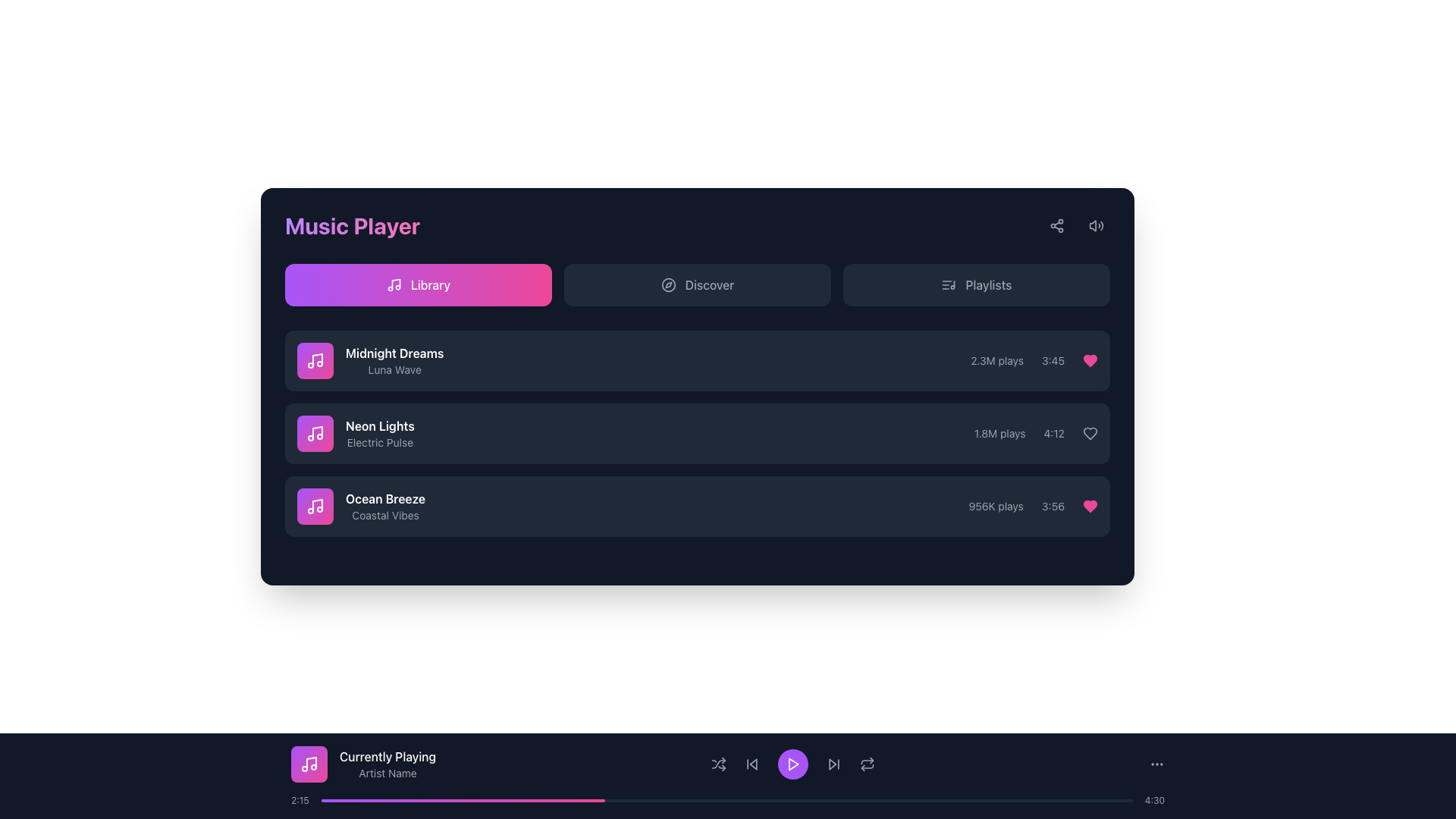 This screenshot has width=1456, height=819. I want to click on the text label displaying information about the music track, which is positioned second from the top under the 'Library' tab in the Music Player interface, so click(355, 433).